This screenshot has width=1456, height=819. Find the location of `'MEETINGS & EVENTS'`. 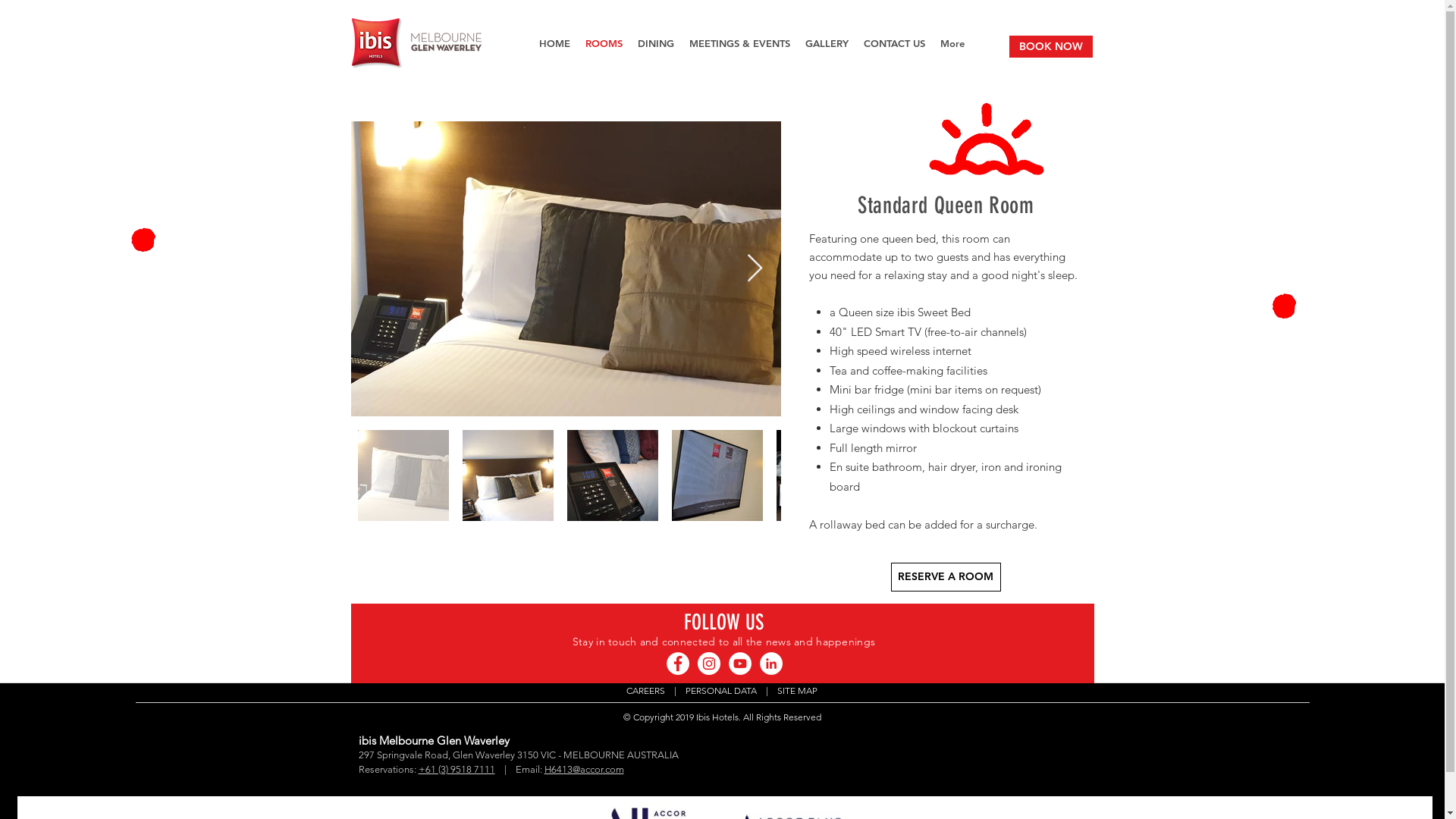

'MEETINGS & EVENTS' is located at coordinates (739, 46).